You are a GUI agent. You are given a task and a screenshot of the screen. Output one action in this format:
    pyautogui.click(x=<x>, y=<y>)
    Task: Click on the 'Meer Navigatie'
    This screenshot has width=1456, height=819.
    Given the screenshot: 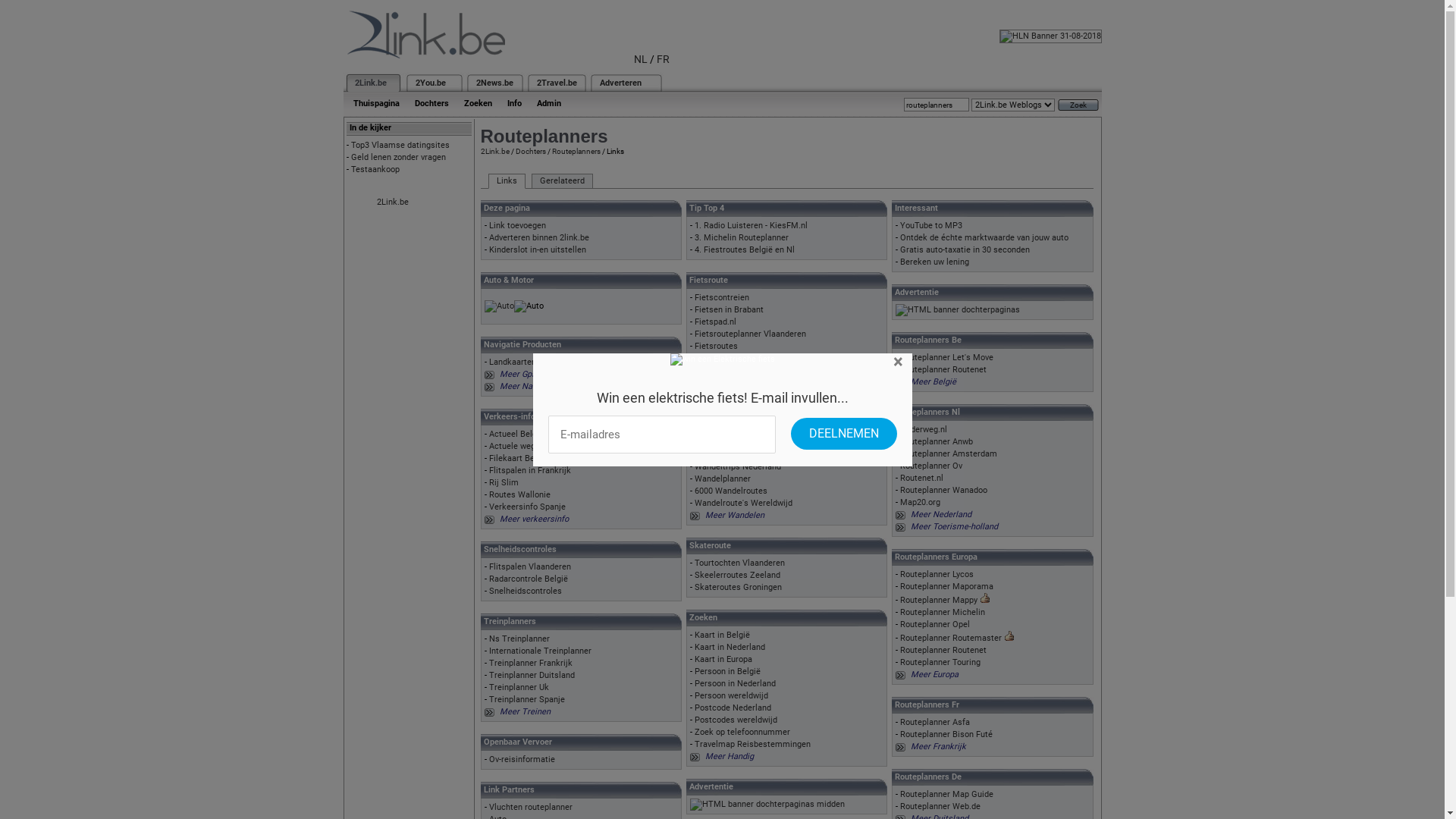 What is the action you would take?
    pyautogui.click(x=498, y=385)
    